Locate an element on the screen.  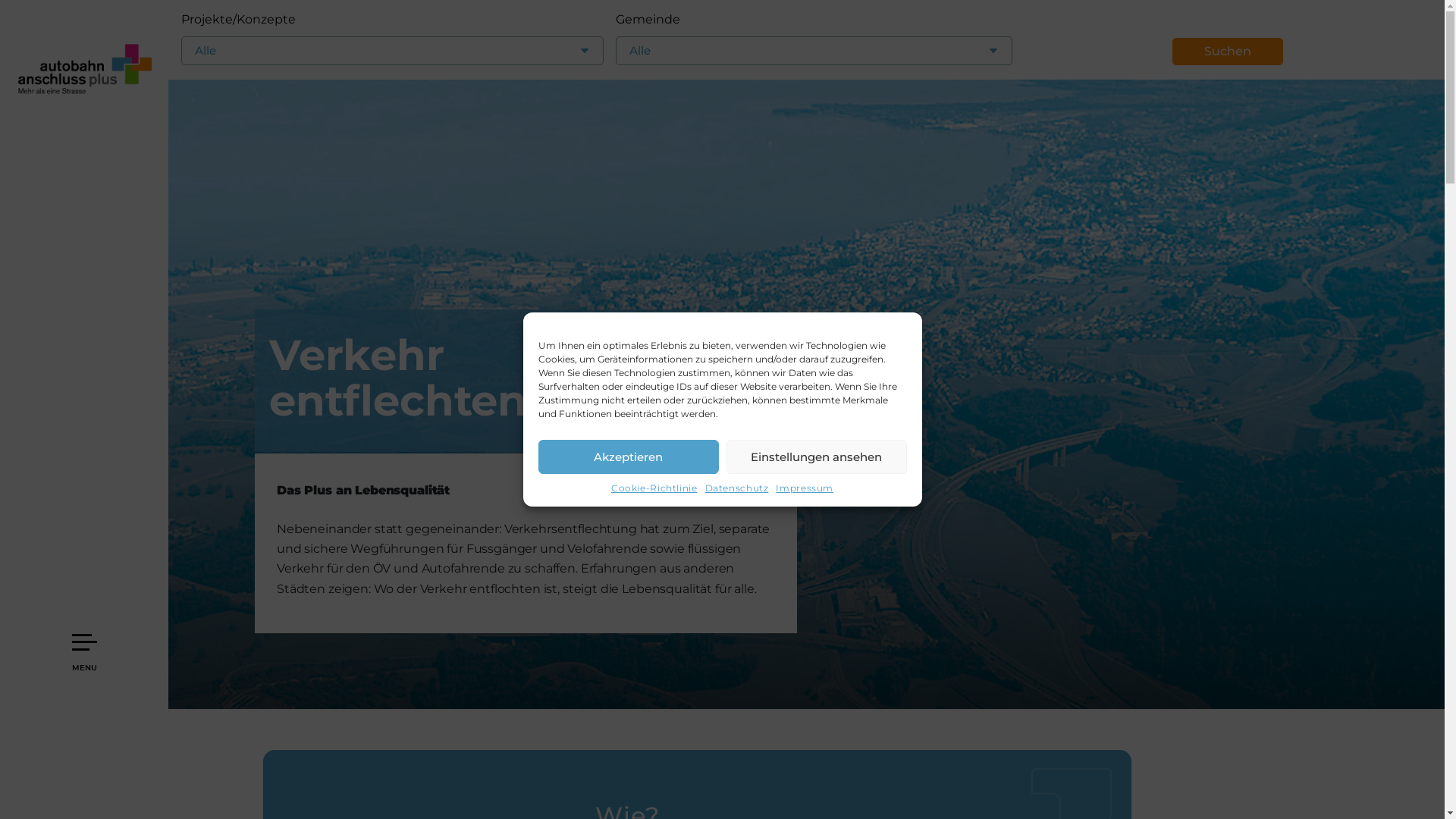
'Suchen' is located at coordinates (1227, 51).